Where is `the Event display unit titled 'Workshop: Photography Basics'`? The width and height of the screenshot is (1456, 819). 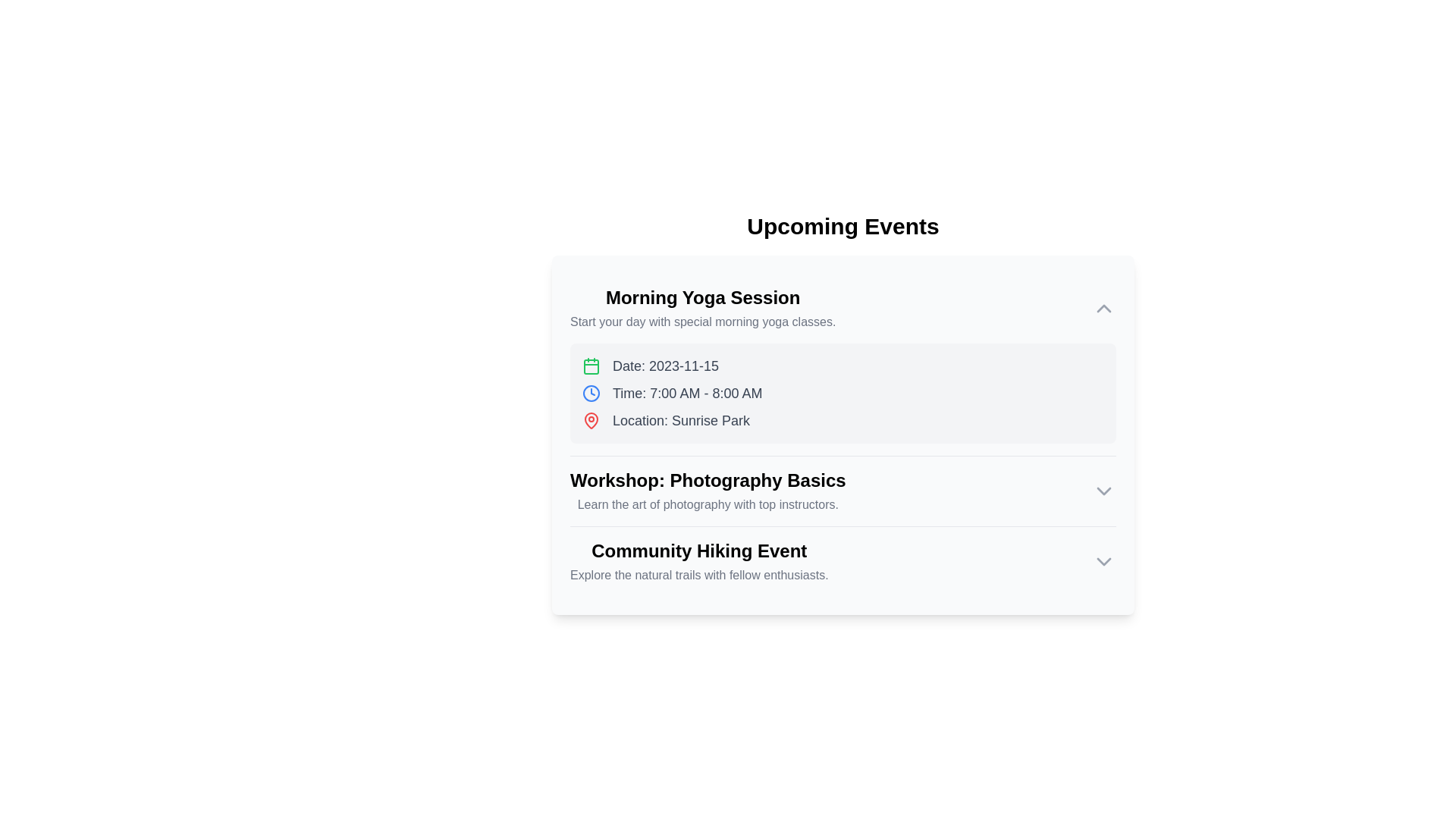
the Event display unit titled 'Workshop: Photography Basics' is located at coordinates (843, 491).